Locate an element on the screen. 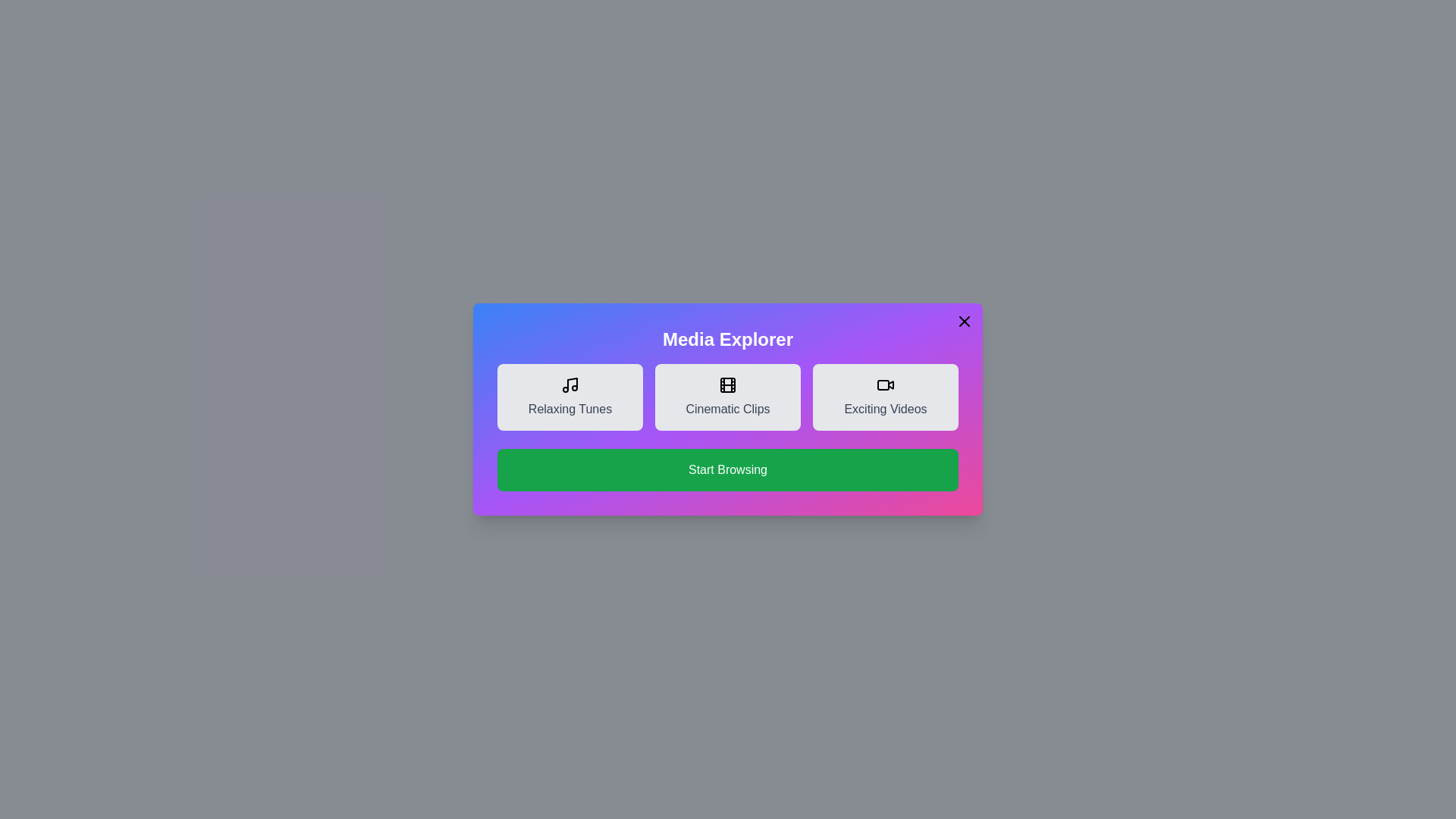 The height and width of the screenshot is (819, 1456). the close button located at the top-right corner of the dialog is located at coordinates (964, 321).